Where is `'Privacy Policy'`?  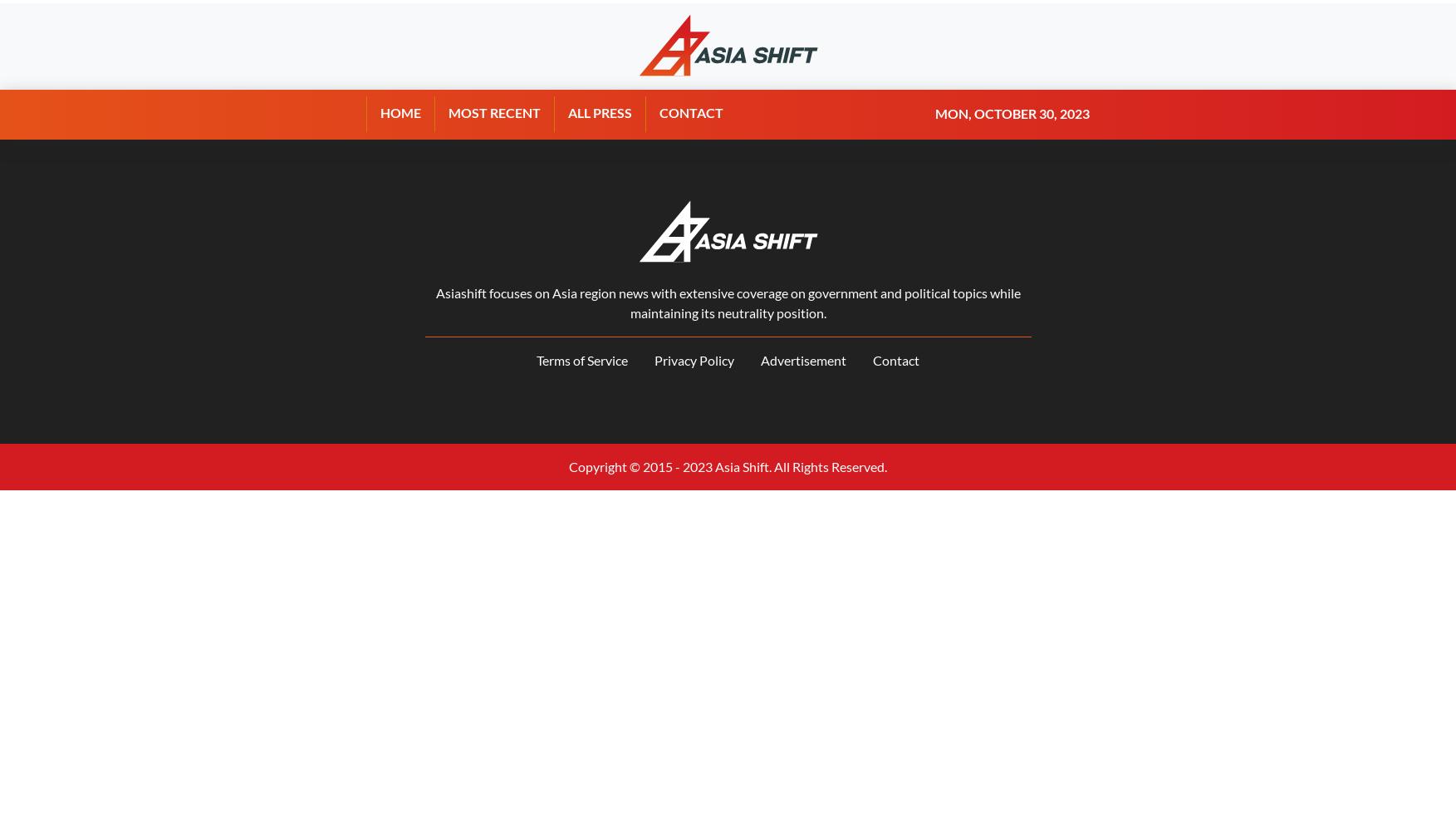
'Privacy Policy' is located at coordinates (694, 360).